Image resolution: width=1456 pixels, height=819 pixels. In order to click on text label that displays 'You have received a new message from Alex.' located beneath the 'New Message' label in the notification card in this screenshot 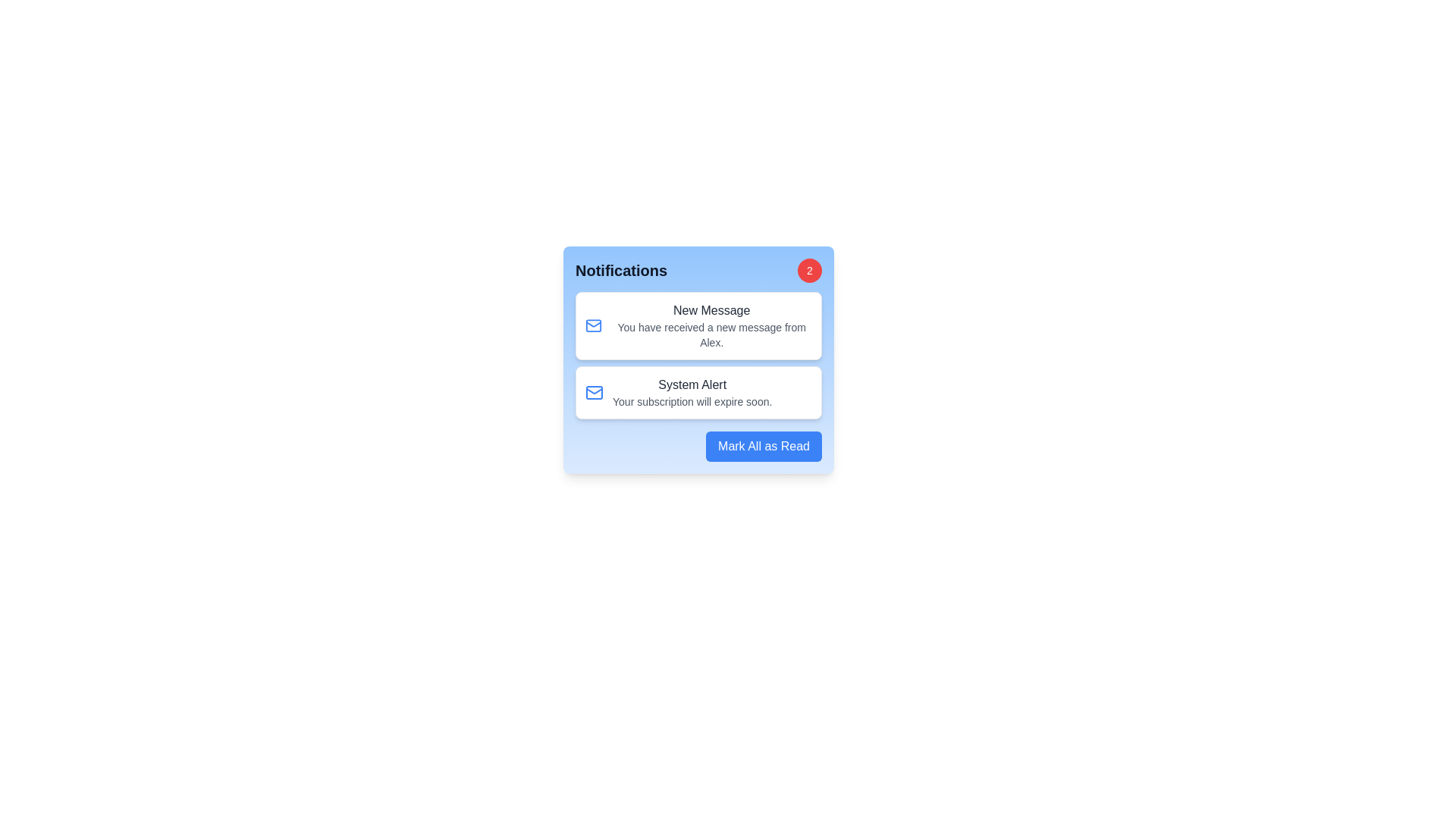, I will do `click(711, 334)`.